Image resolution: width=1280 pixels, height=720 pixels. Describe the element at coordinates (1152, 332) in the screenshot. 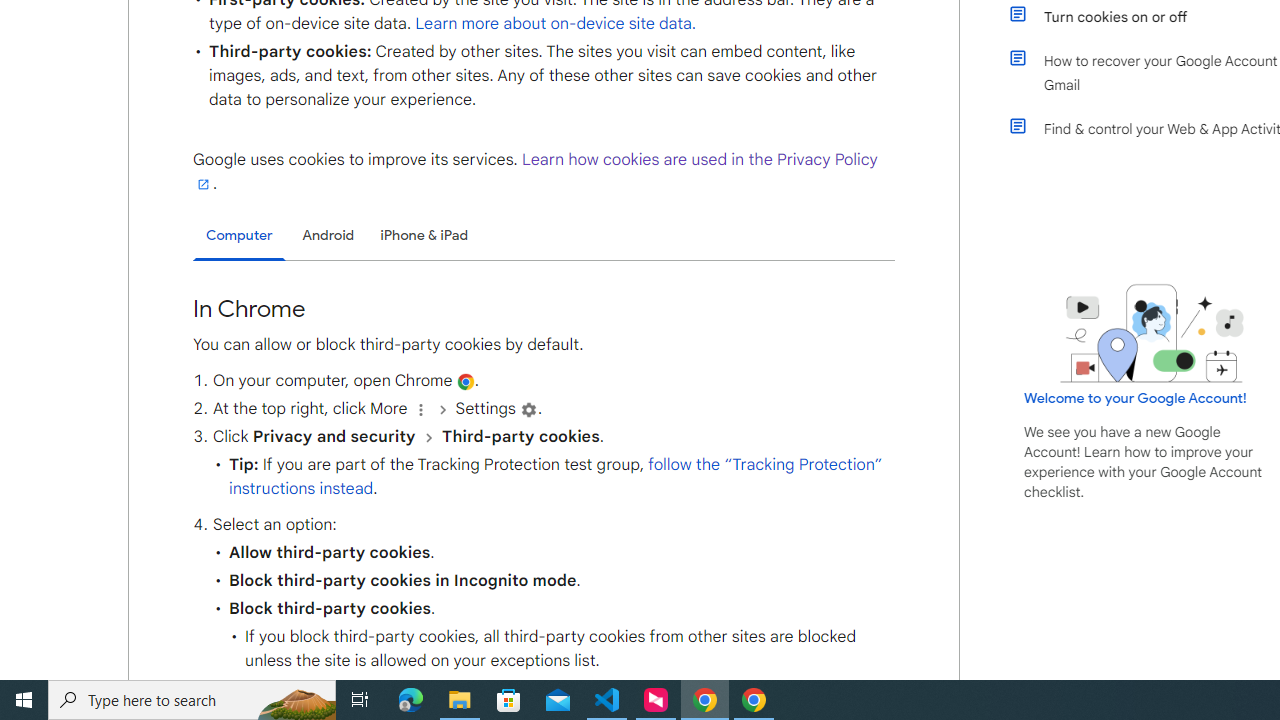

I see `'Learning Center home page image'` at that location.